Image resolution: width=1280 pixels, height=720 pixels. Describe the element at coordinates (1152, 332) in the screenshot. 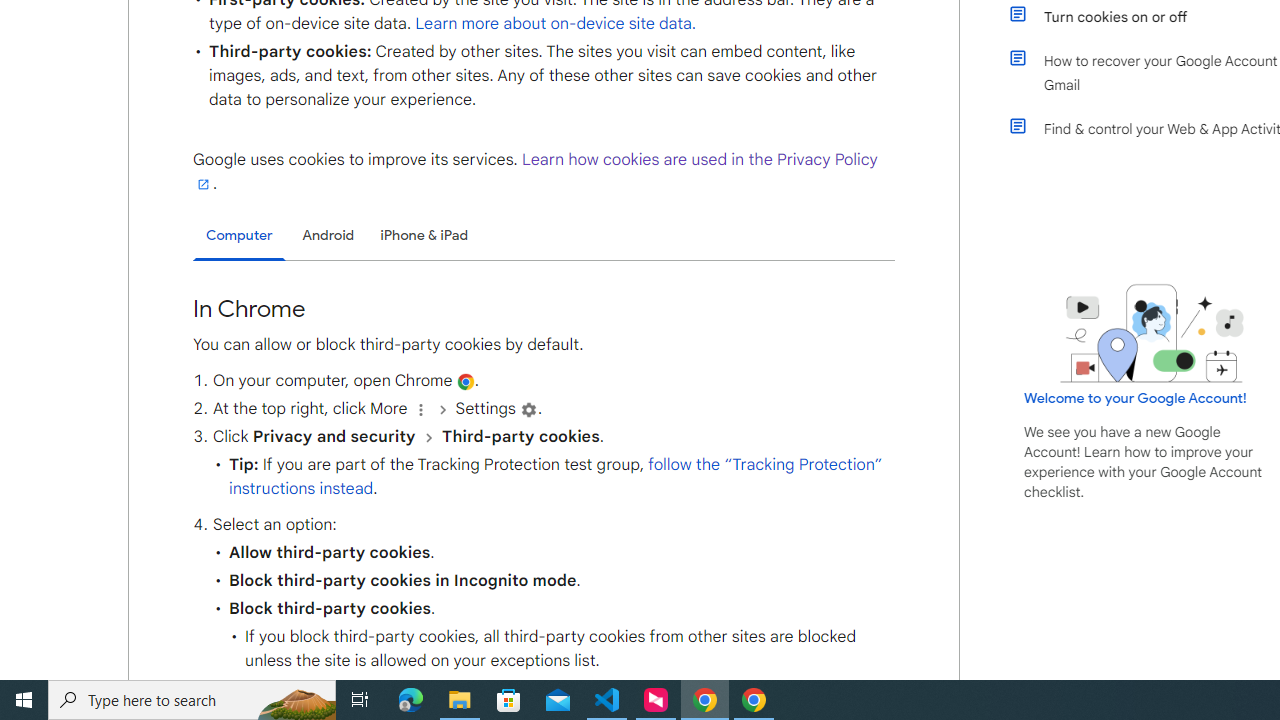

I see `'Learning Center home page image'` at that location.